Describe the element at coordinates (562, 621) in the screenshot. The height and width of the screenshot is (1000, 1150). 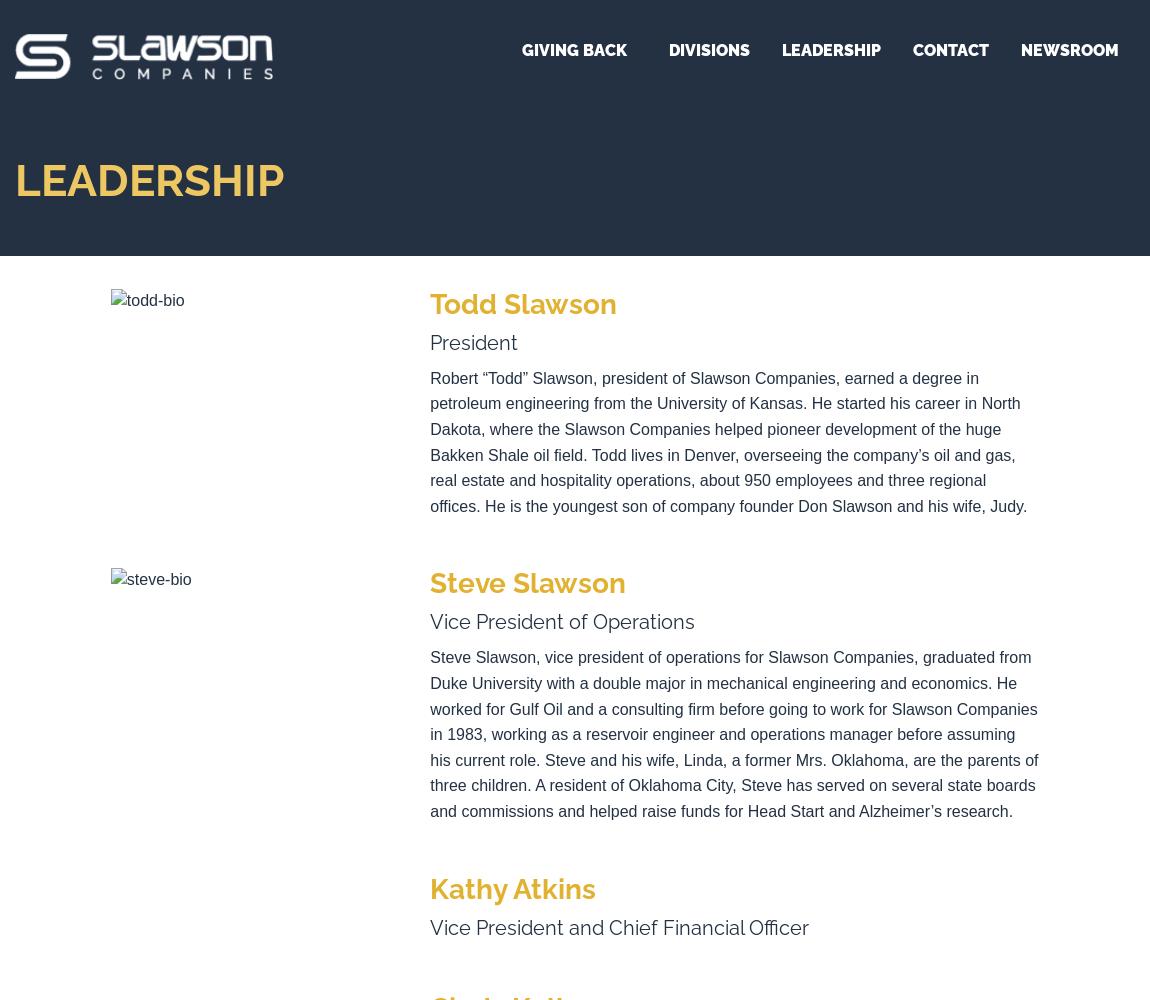
I see `'Vice President of Operations'` at that location.